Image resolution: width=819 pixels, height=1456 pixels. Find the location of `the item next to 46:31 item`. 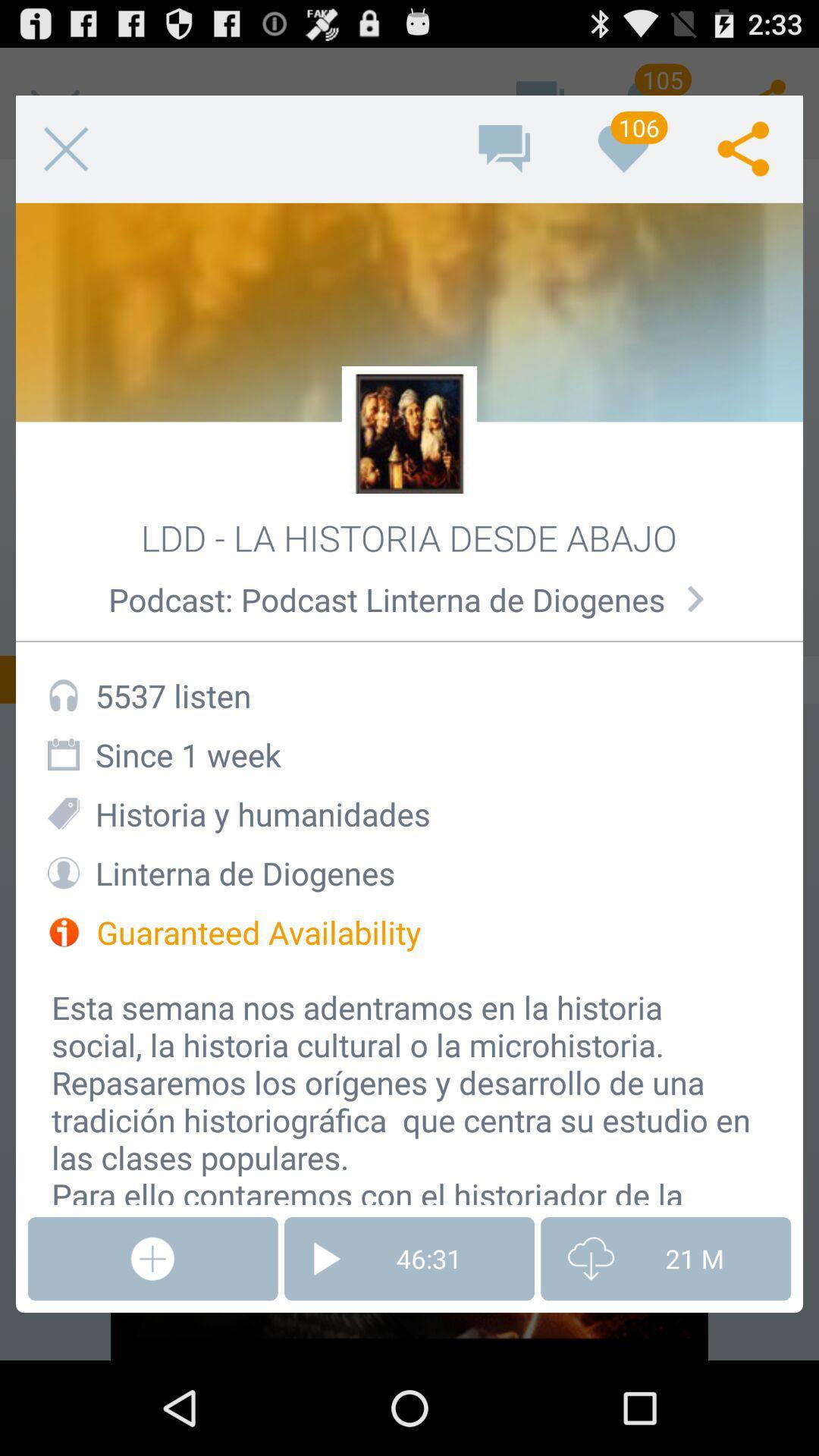

the item next to 46:31 item is located at coordinates (665, 1259).